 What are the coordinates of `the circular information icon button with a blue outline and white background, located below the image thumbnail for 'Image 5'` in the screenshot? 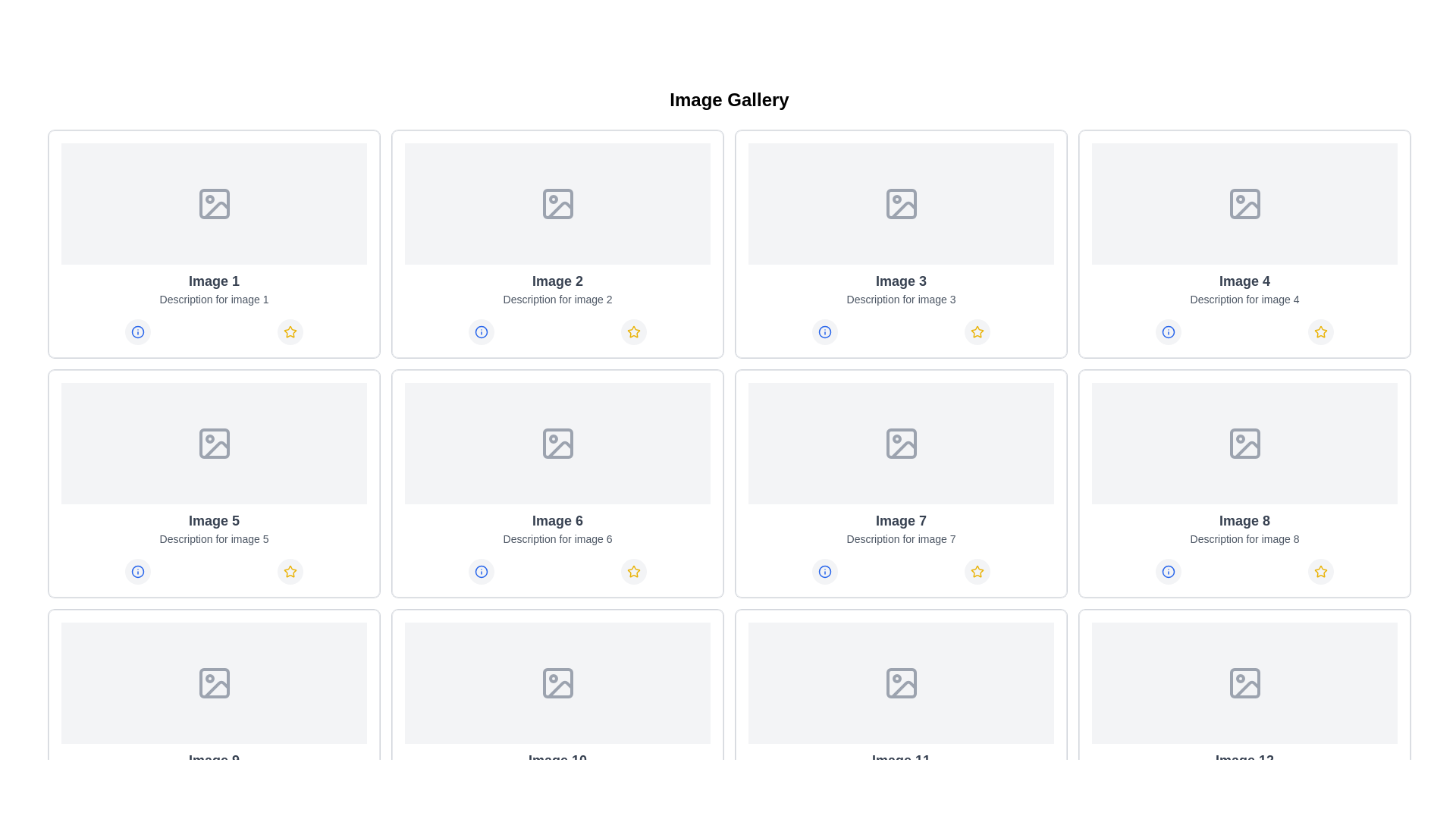 It's located at (137, 571).